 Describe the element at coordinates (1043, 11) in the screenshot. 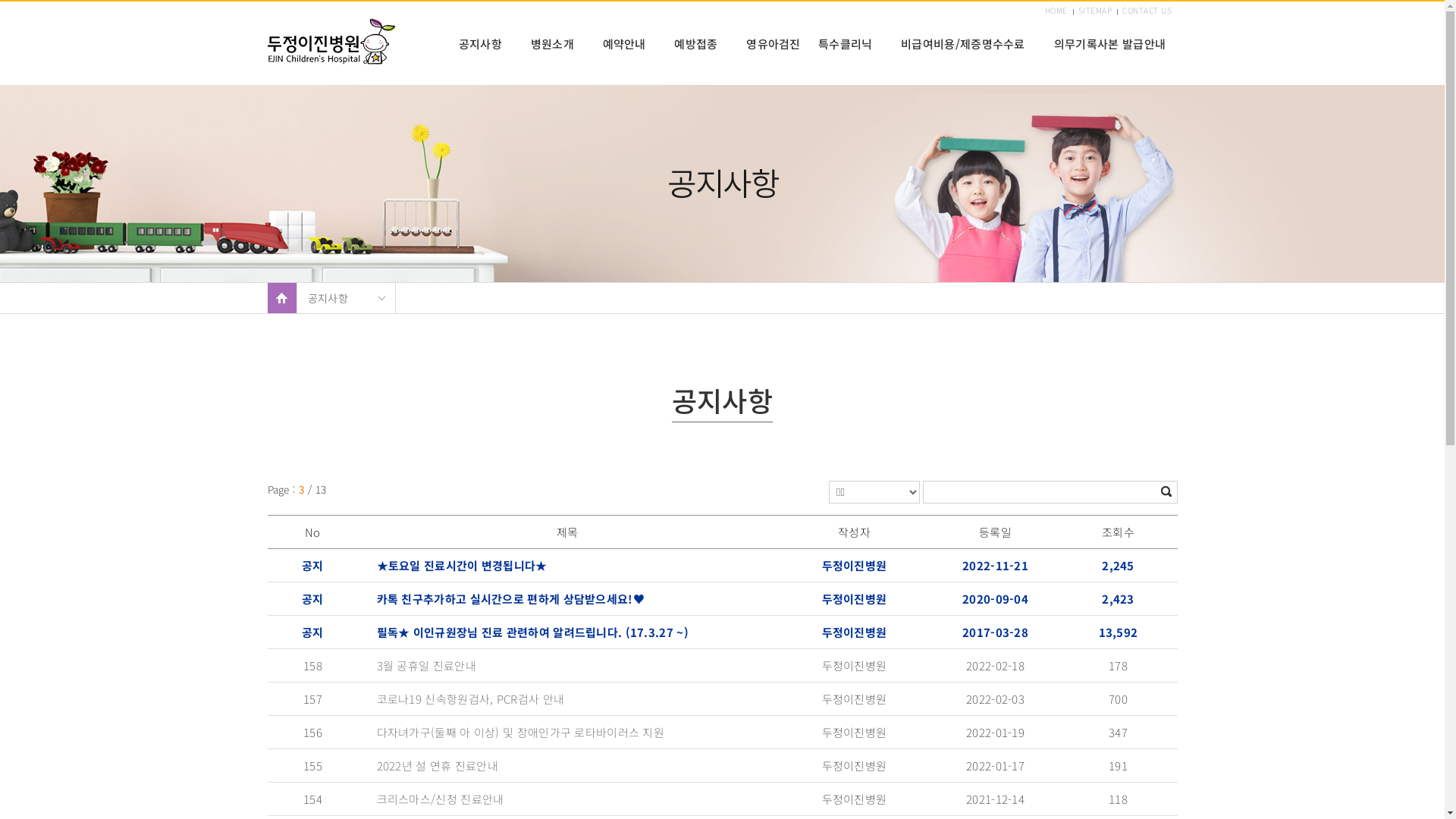

I see `'HOME'` at that location.